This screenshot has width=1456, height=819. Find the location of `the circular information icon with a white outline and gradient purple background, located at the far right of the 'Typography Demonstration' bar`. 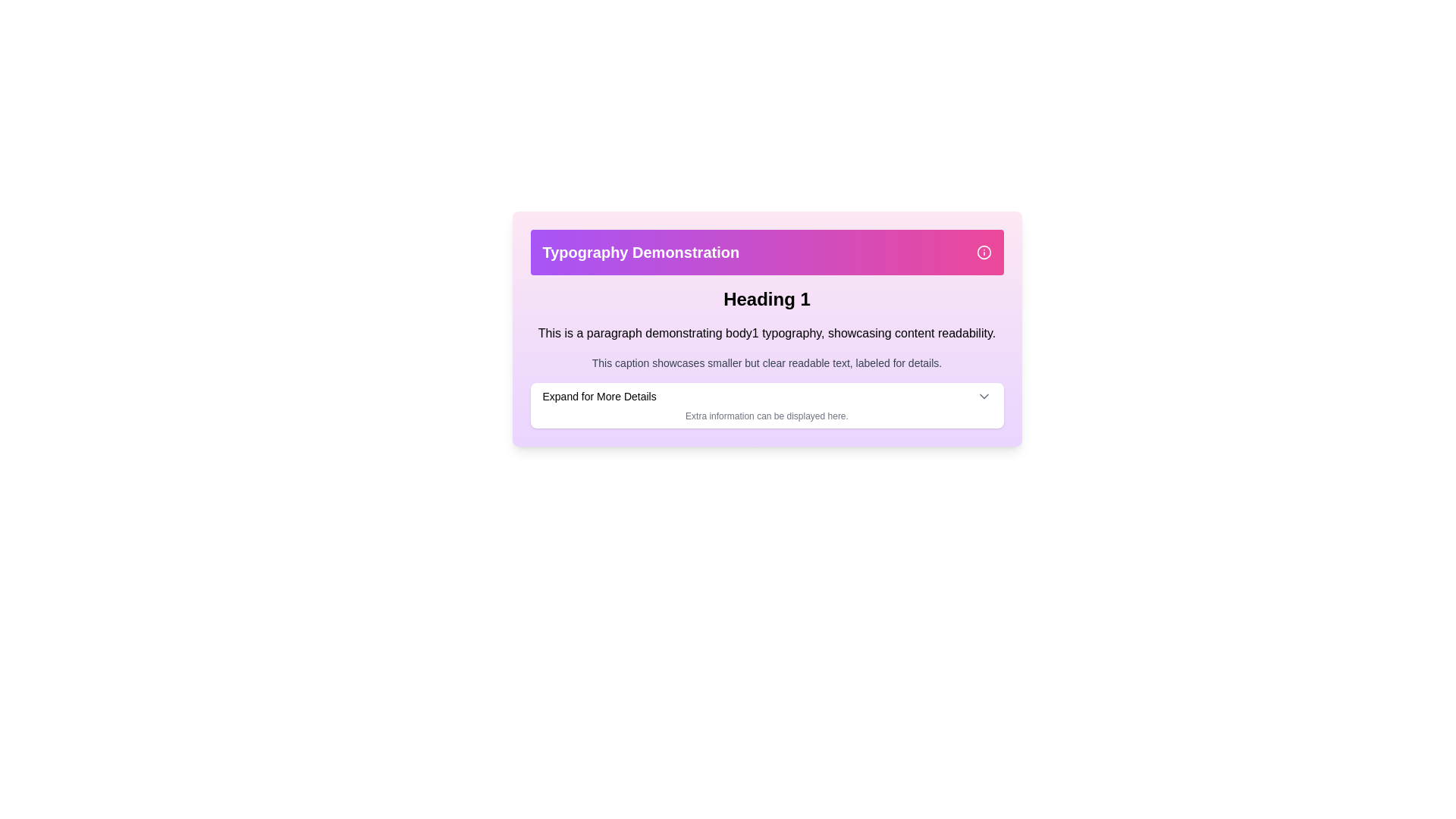

the circular information icon with a white outline and gradient purple background, located at the far right of the 'Typography Demonstration' bar is located at coordinates (984, 251).